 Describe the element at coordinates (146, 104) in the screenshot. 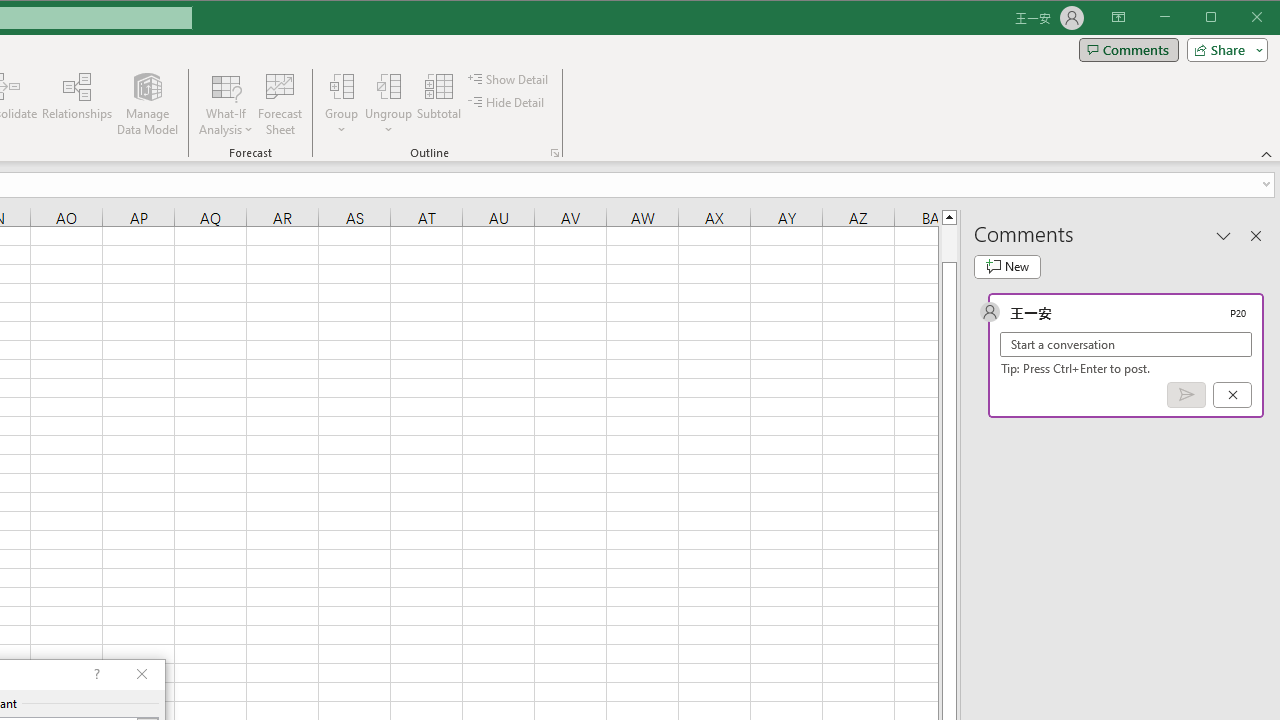

I see `'Manage Data Model'` at that location.